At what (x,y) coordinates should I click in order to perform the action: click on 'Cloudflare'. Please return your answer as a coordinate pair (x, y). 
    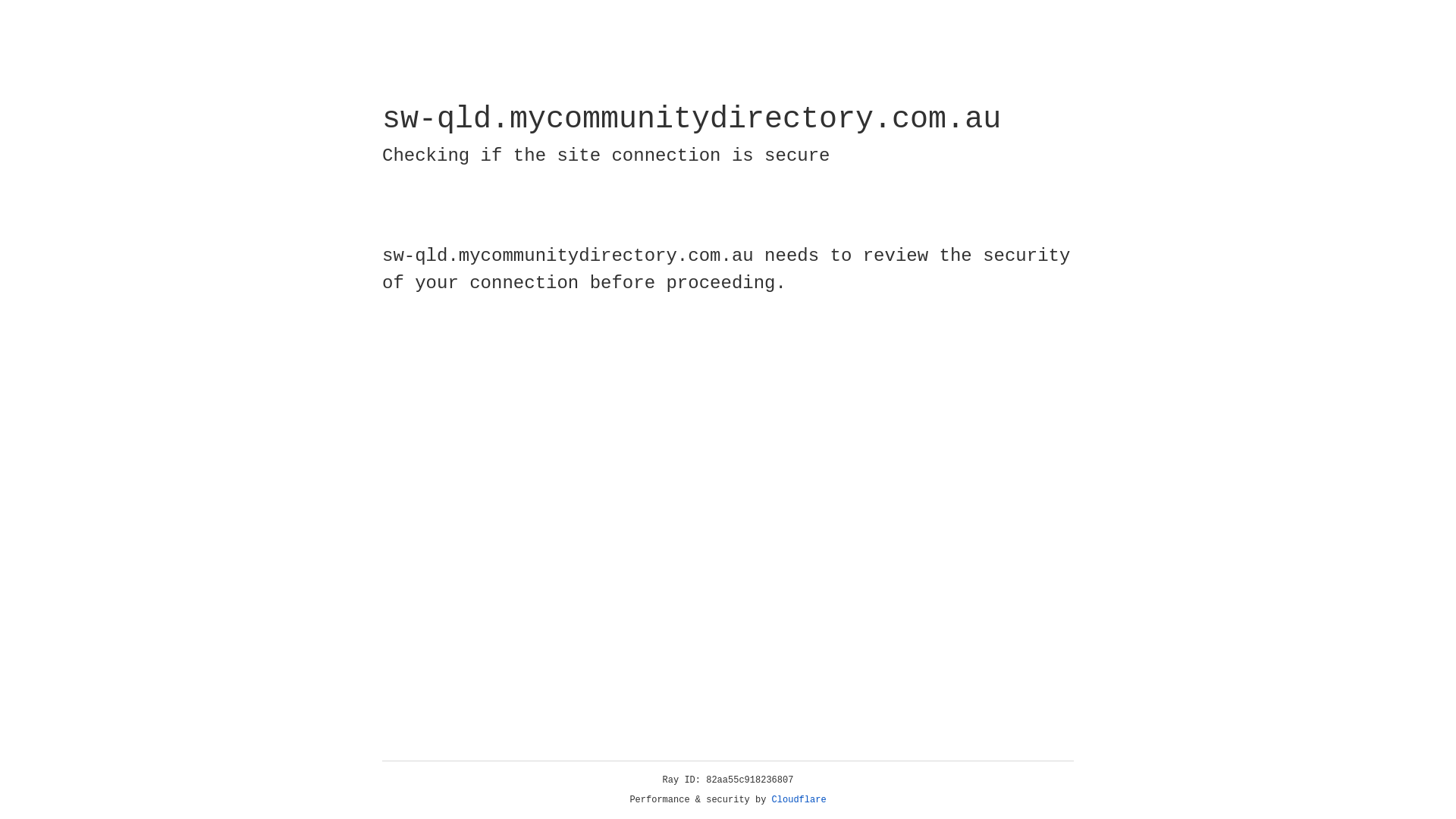
    Looking at the image, I should click on (799, 799).